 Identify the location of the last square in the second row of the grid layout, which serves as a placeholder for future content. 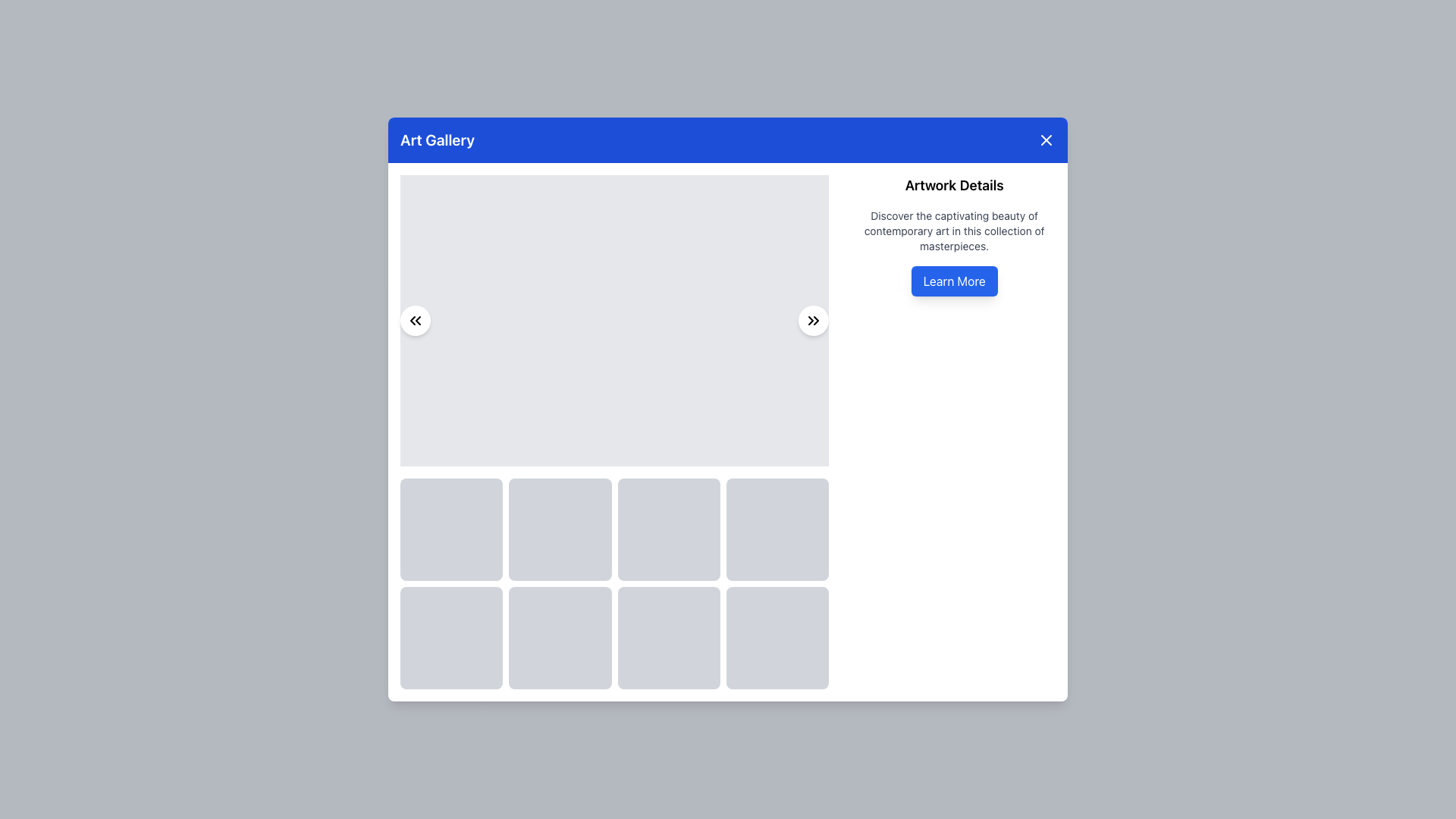
(777, 638).